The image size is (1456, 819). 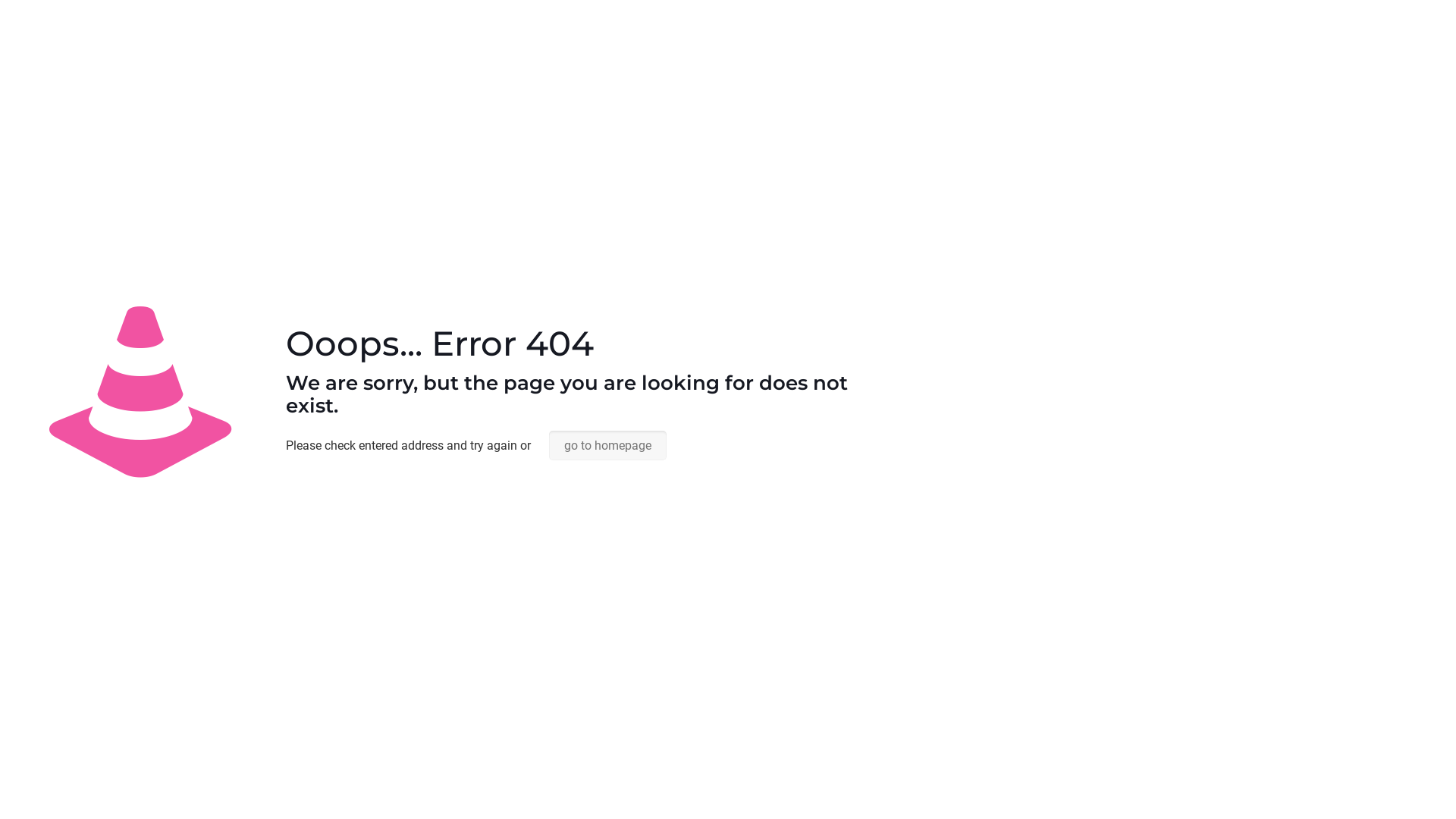 What do you see at coordinates (607, 444) in the screenshot?
I see `'go to homepage'` at bounding box center [607, 444].